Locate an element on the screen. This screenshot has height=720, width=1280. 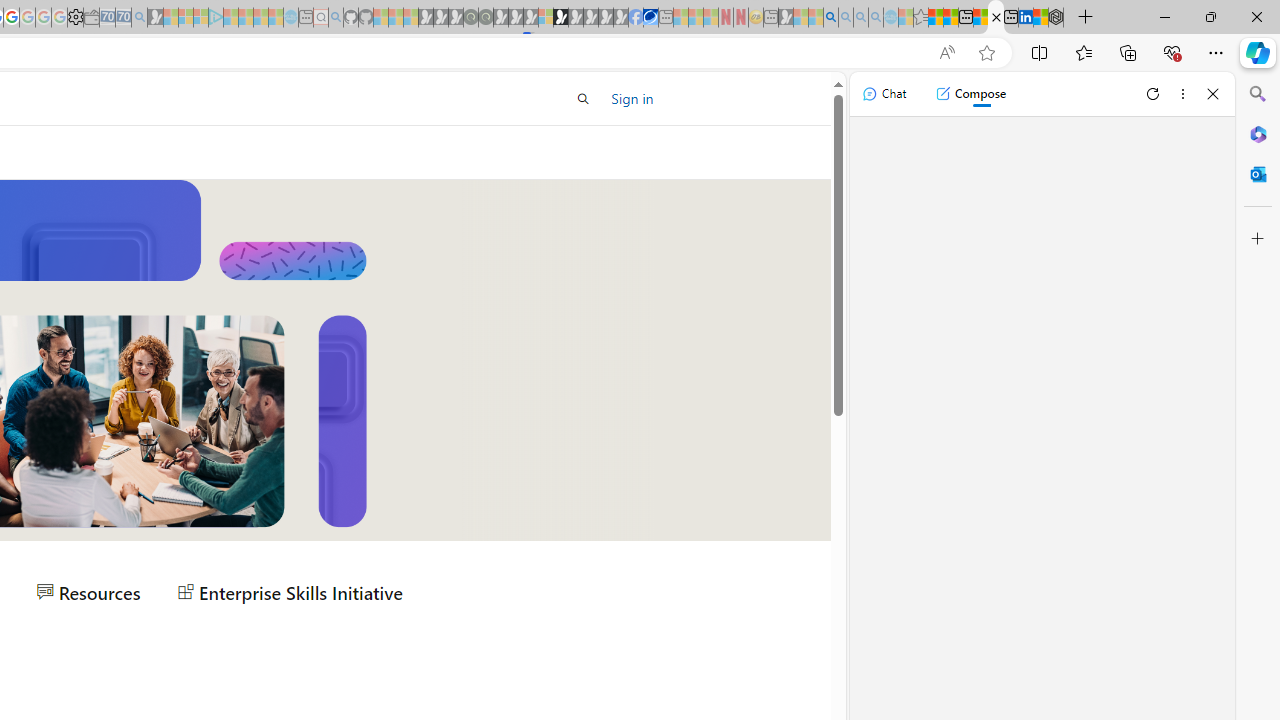
'github - Search - Sleeping' is located at coordinates (336, 17).